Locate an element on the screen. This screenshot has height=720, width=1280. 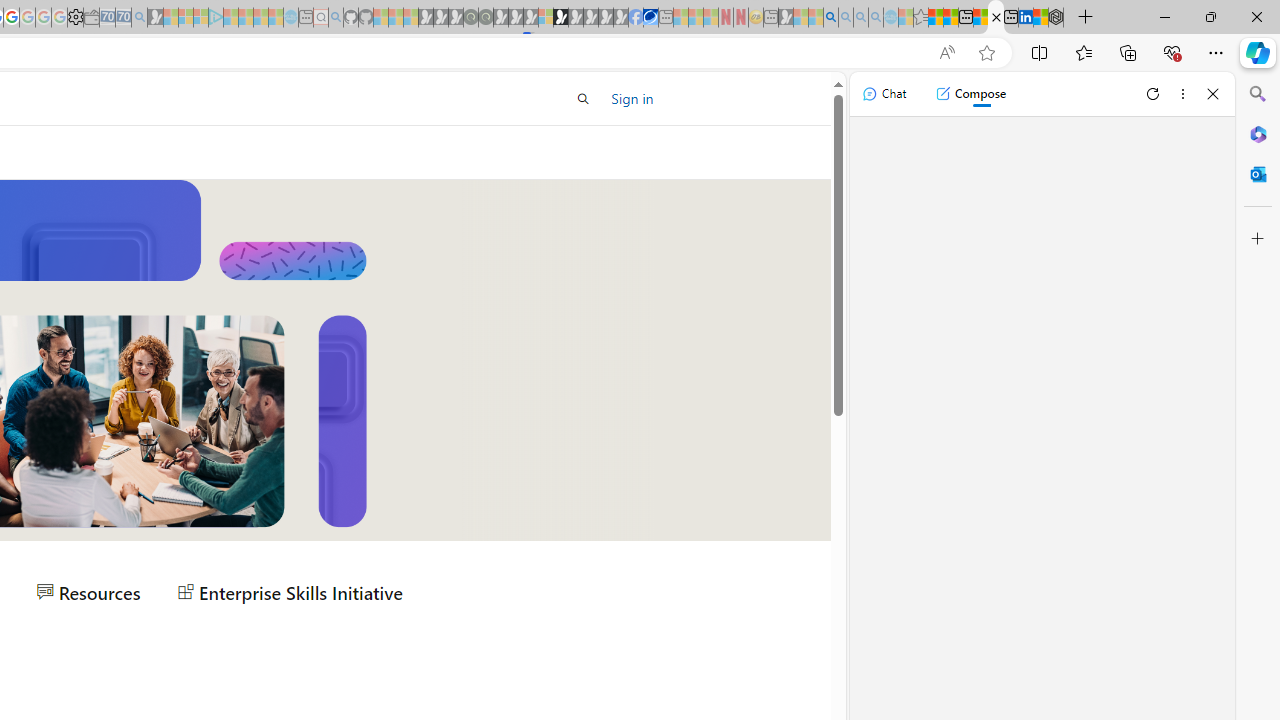
'github - Search - Sleeping' is located at coordinates (336, 17).